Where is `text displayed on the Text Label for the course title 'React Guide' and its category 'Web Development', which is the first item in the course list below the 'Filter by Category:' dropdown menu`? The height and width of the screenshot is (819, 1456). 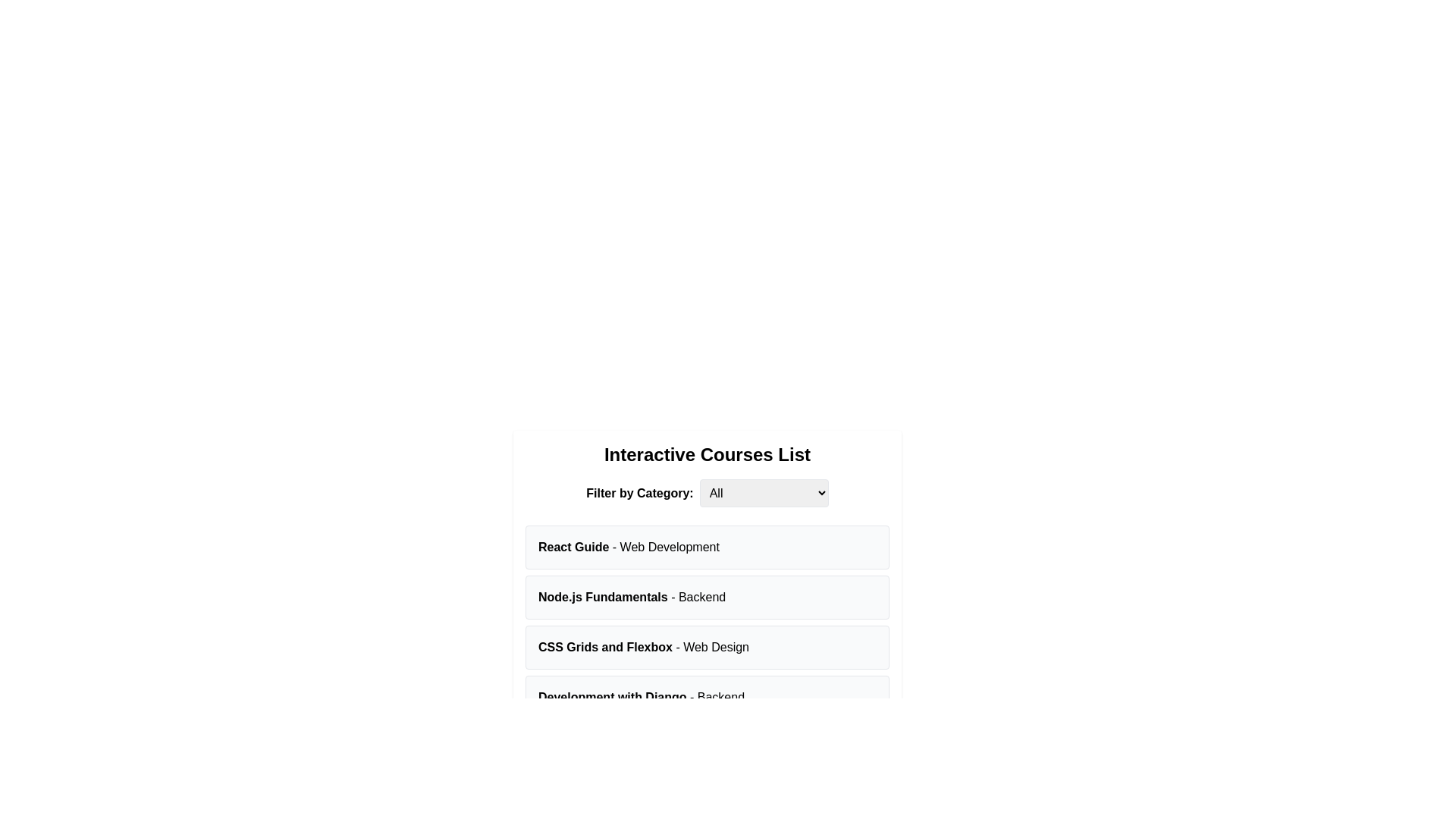 text displayed on the Text Label for the course title 'React Guide' and its category 'Web Development', which is the first item in the course list below the 'Filter by Category:' dropdown menu is located at coordinates (629, 547).